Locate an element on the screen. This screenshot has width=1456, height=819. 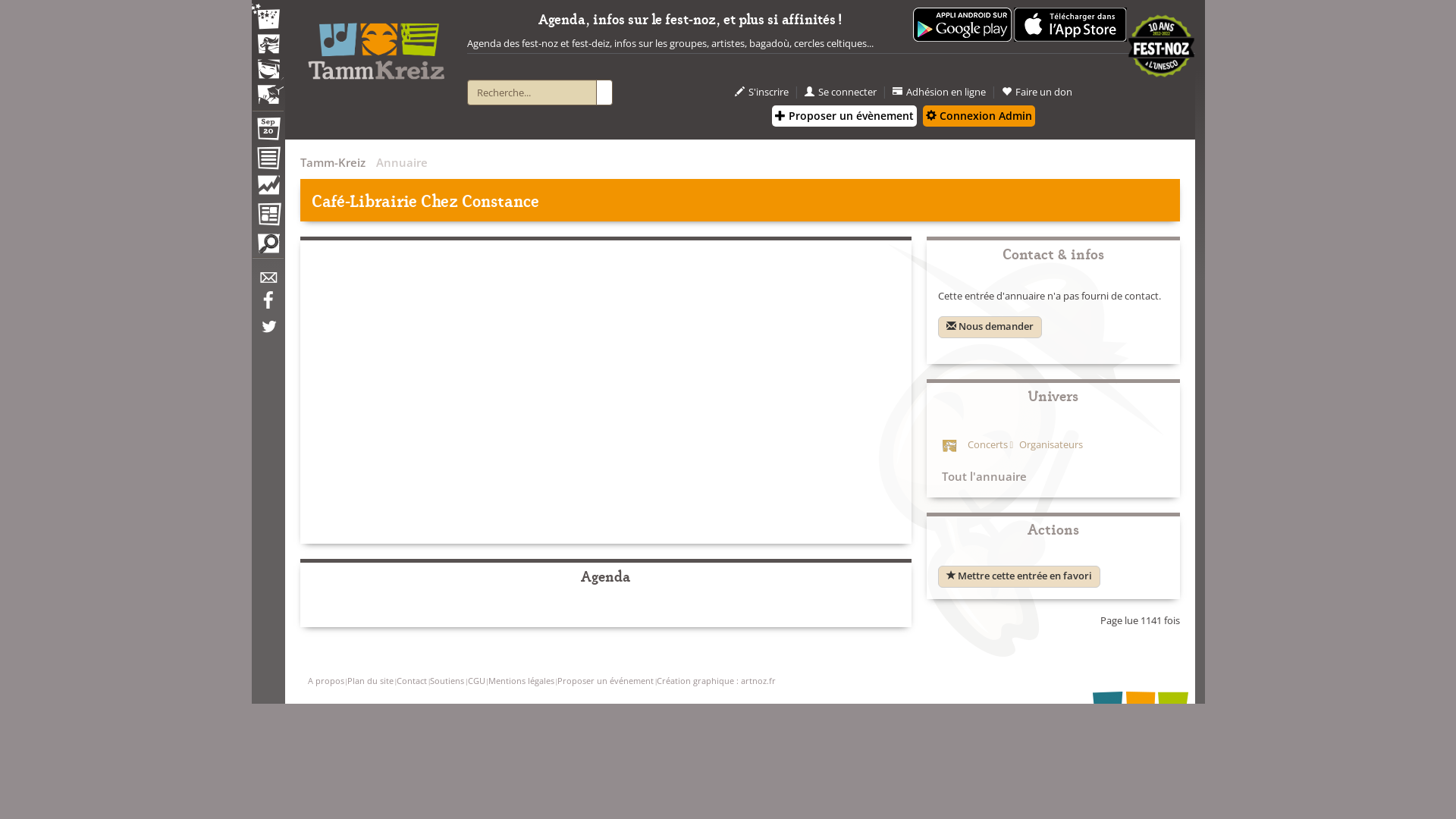
'Tout l'annuaire' is located at coordinates (981, 475).